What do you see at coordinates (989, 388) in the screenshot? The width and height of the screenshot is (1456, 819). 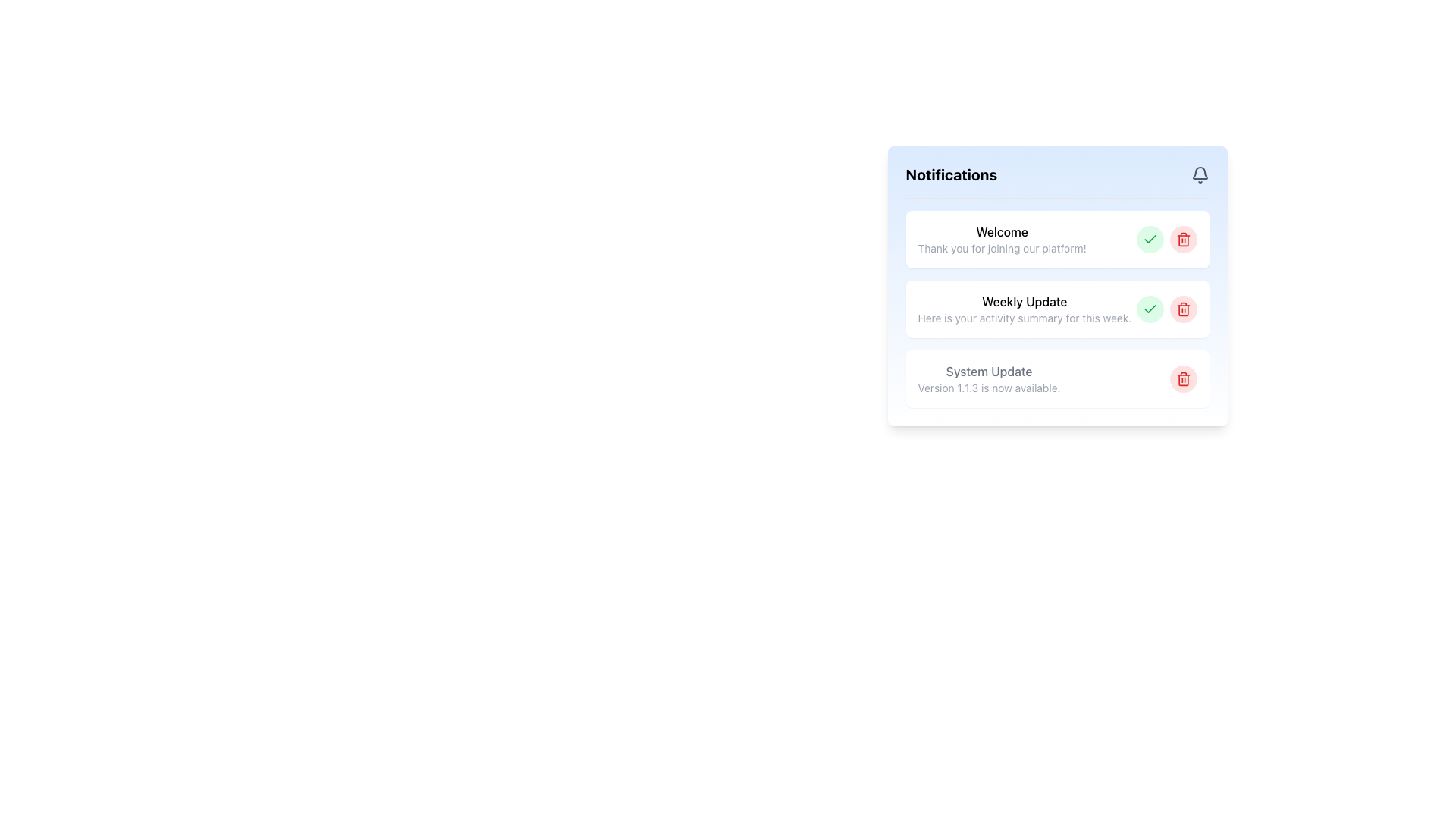 I see `information displayed in the Static Text Label that shows 'Version 1.1.3 is now available.' located below the 'System Update' title in the notification area` at bounding box center [989, 388].